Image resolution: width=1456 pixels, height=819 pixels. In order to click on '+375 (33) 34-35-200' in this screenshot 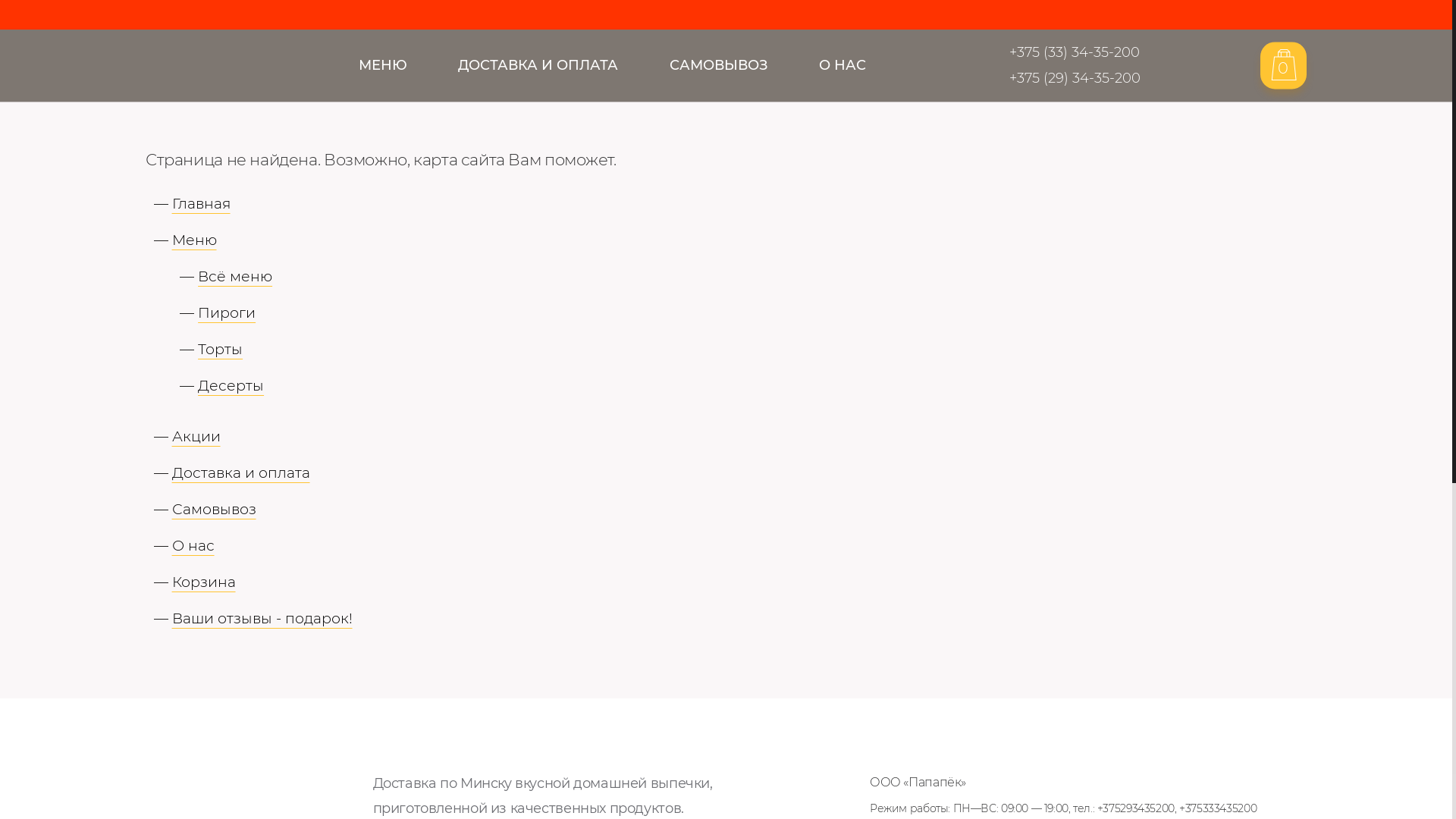, I will do `click(1062, 52)`.